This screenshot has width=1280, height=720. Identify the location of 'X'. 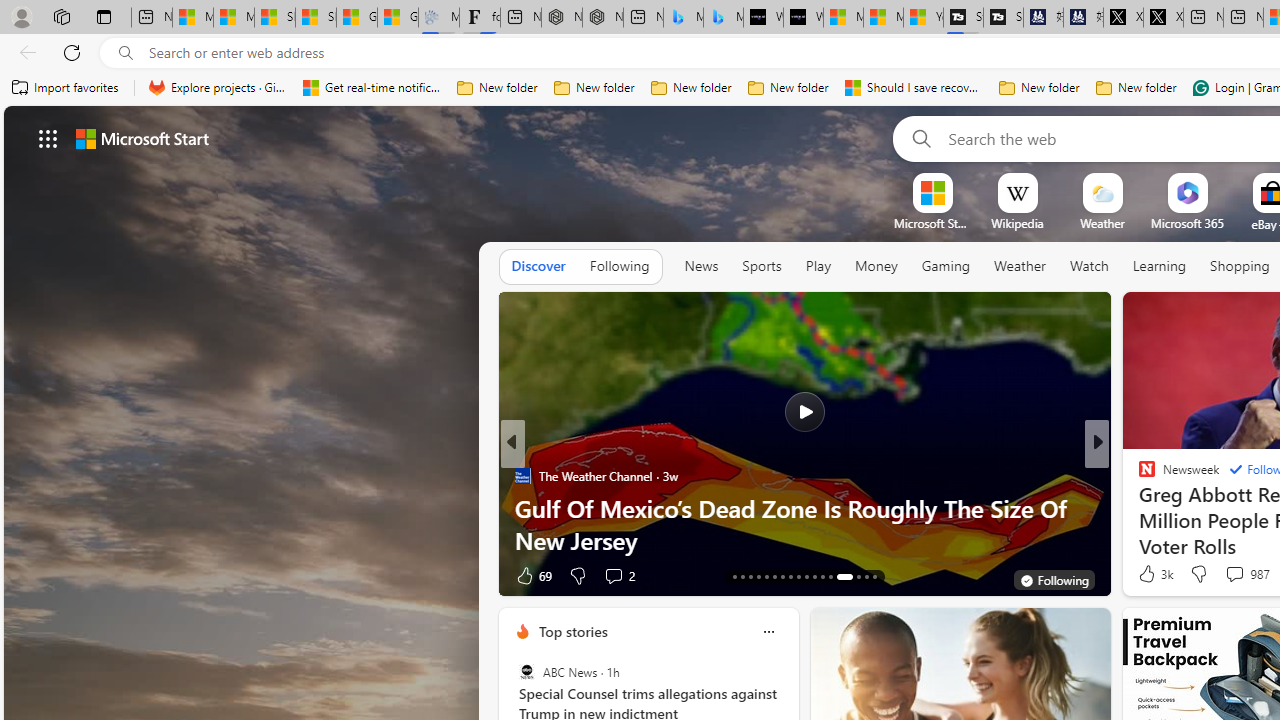
(1163, 17).